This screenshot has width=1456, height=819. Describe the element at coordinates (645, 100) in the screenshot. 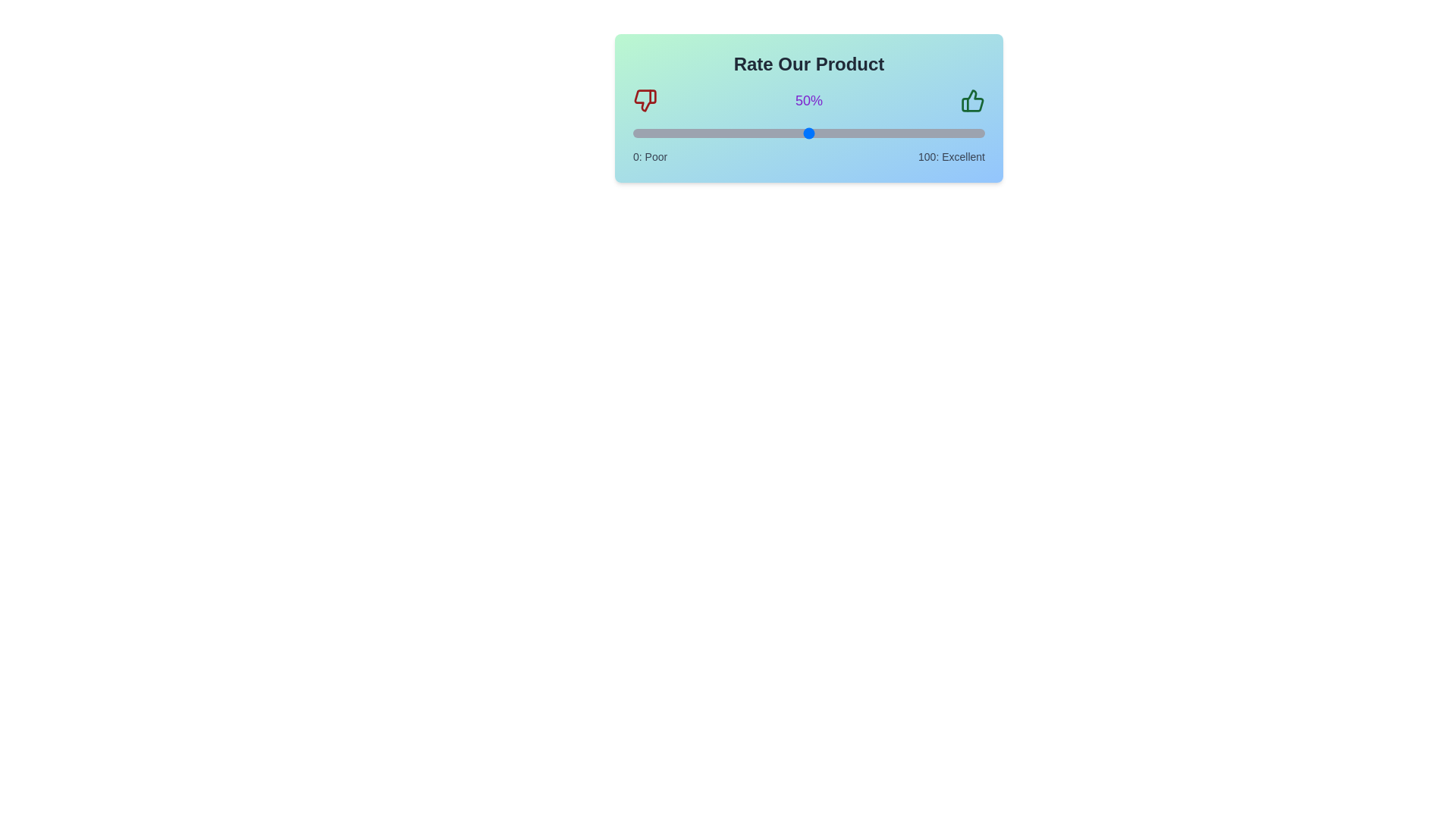

I see `the thumbs down icon to register a negative rating` at that location.